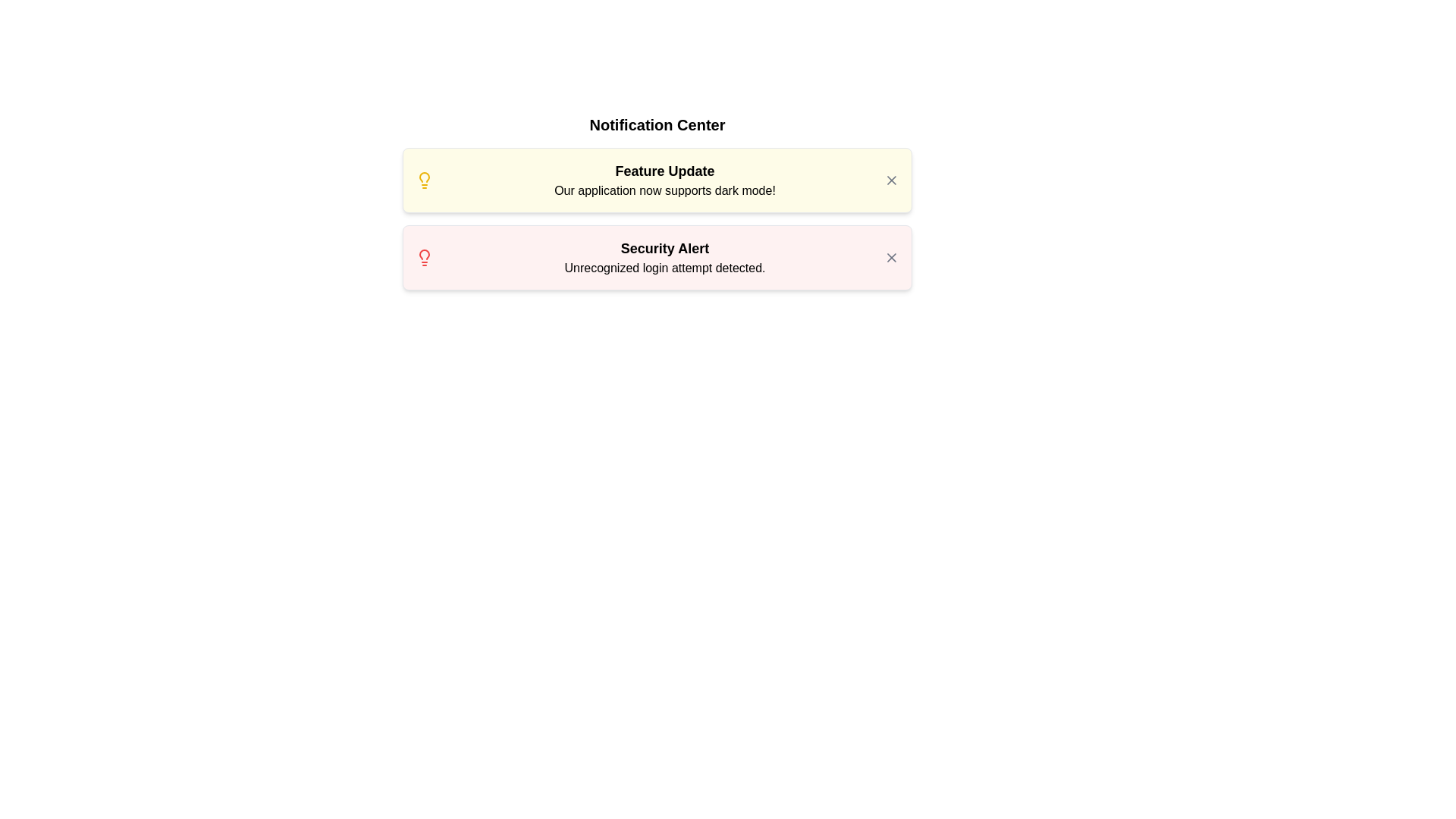 This screenshot has height=819, width=1456. I want to click on the text label displaying 'Feature Update' which is prominently visible and serves as a heading in the notification card, so click(665, 171).